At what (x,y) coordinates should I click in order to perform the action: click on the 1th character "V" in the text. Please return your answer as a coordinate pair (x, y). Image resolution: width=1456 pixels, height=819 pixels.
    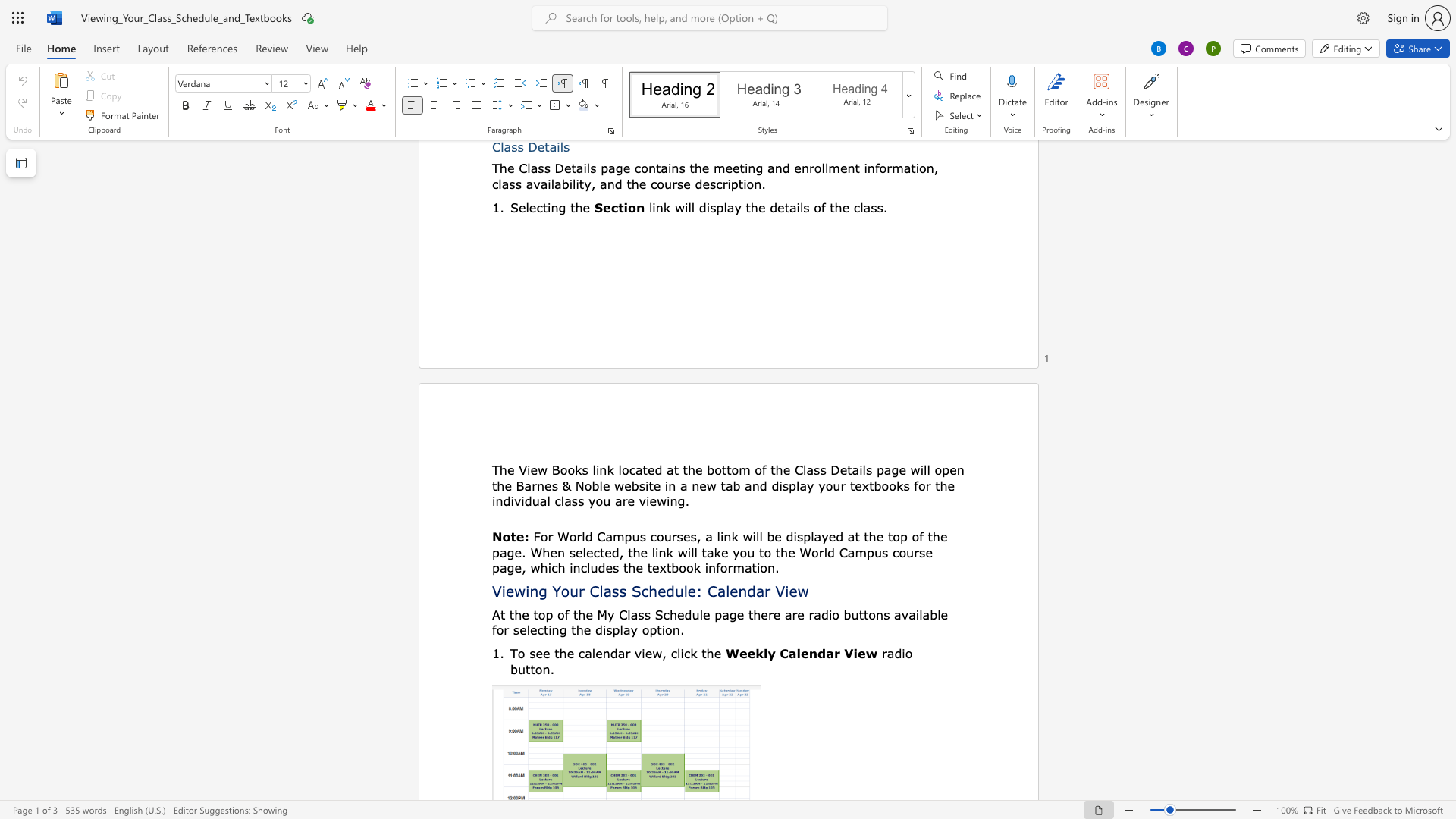
    Looking at the image, I should click on (497, 590).